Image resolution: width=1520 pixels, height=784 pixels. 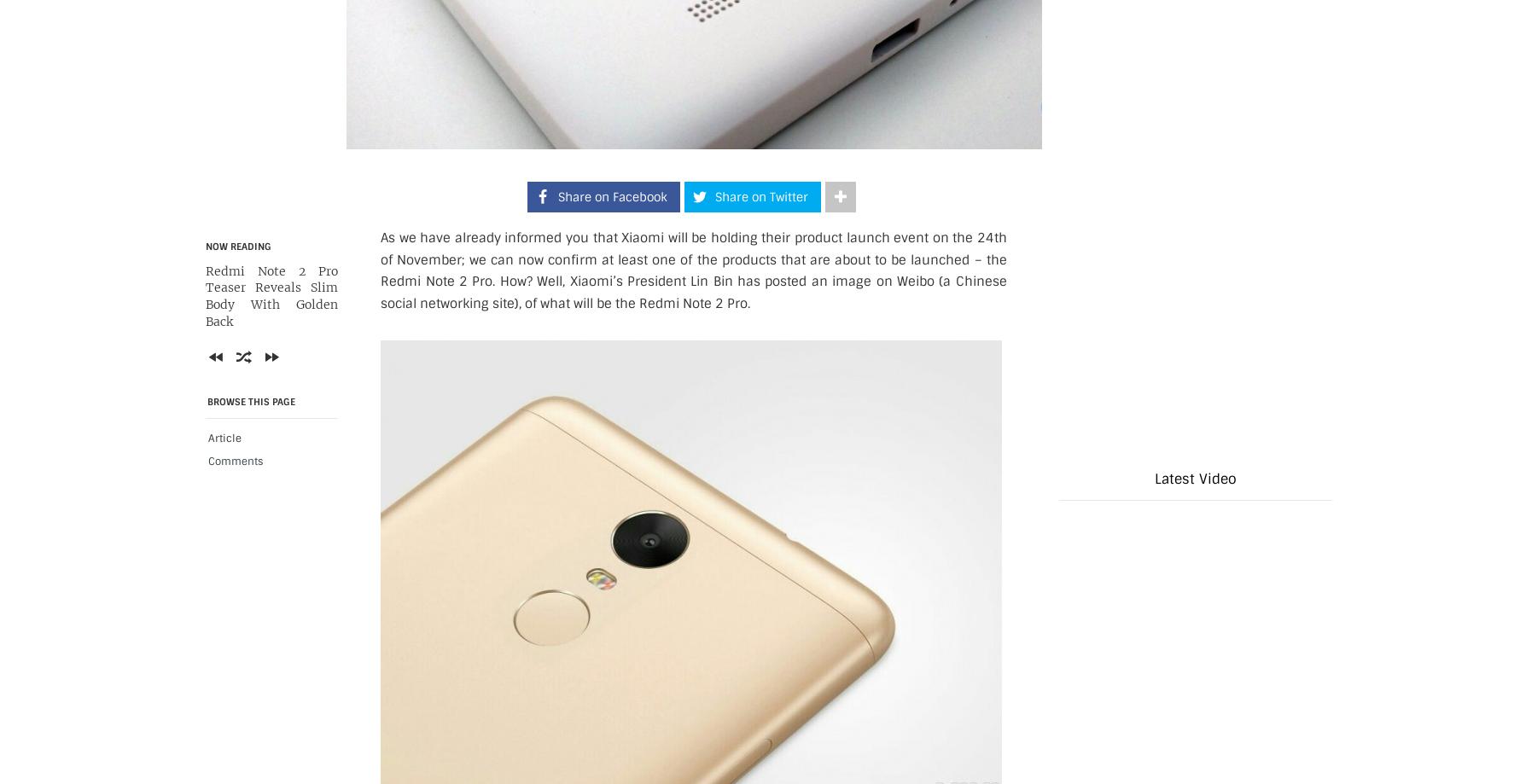 I want to click on 'As we have already informed you that Xiaomi will be holding their', so click(x=587, y=237).